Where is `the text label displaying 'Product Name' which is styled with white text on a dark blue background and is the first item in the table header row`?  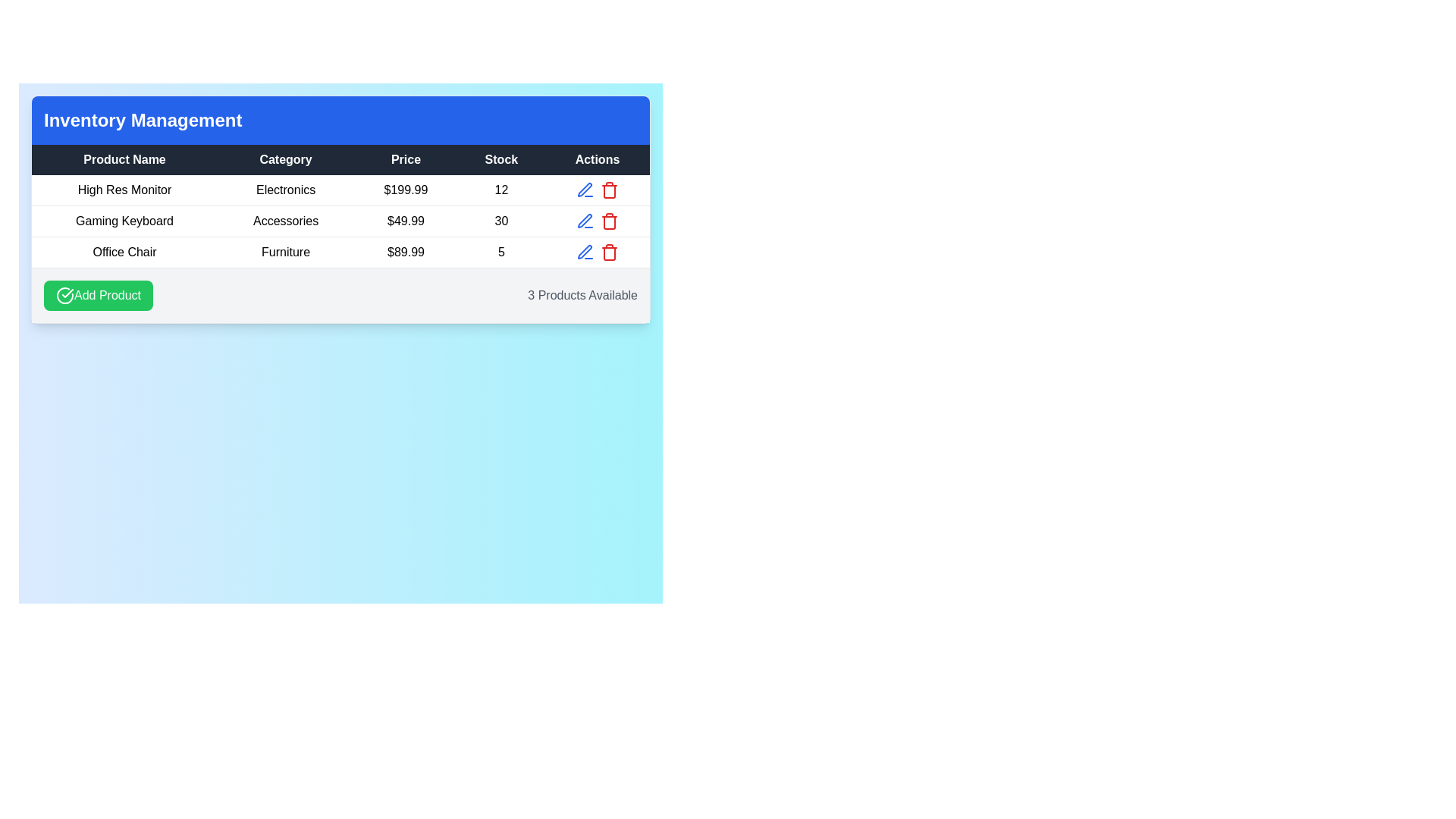
the text label displaying 'Product Name' which is styled with white text on a dark blue background and is the first item in the table header row is located at coordinates (124, 160).